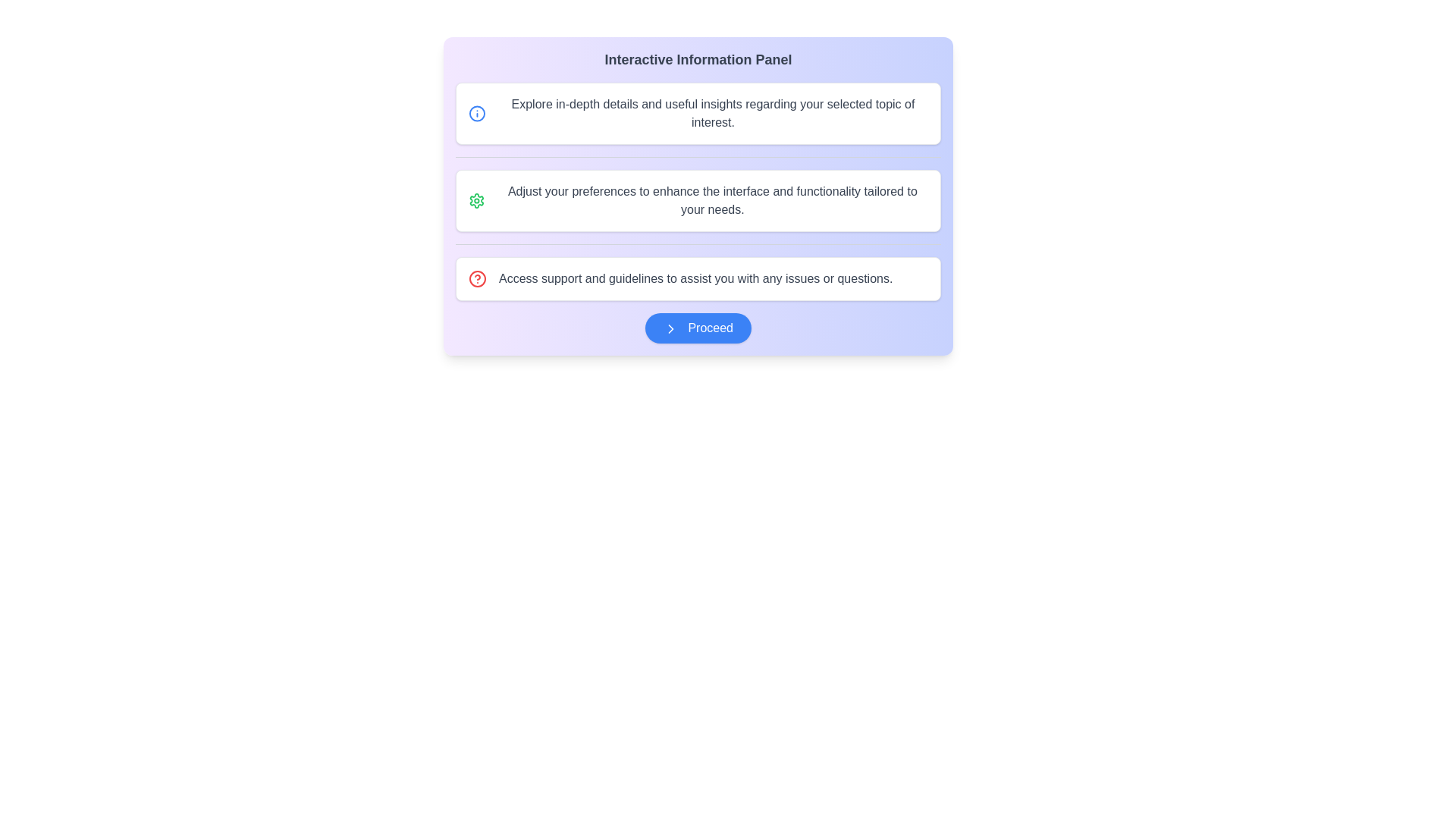  I want to click on the visual divider located between the second and third informational sections of the Interactive Information Panel, which is positioned below the preferences section and above the support section, so click(698, 243).